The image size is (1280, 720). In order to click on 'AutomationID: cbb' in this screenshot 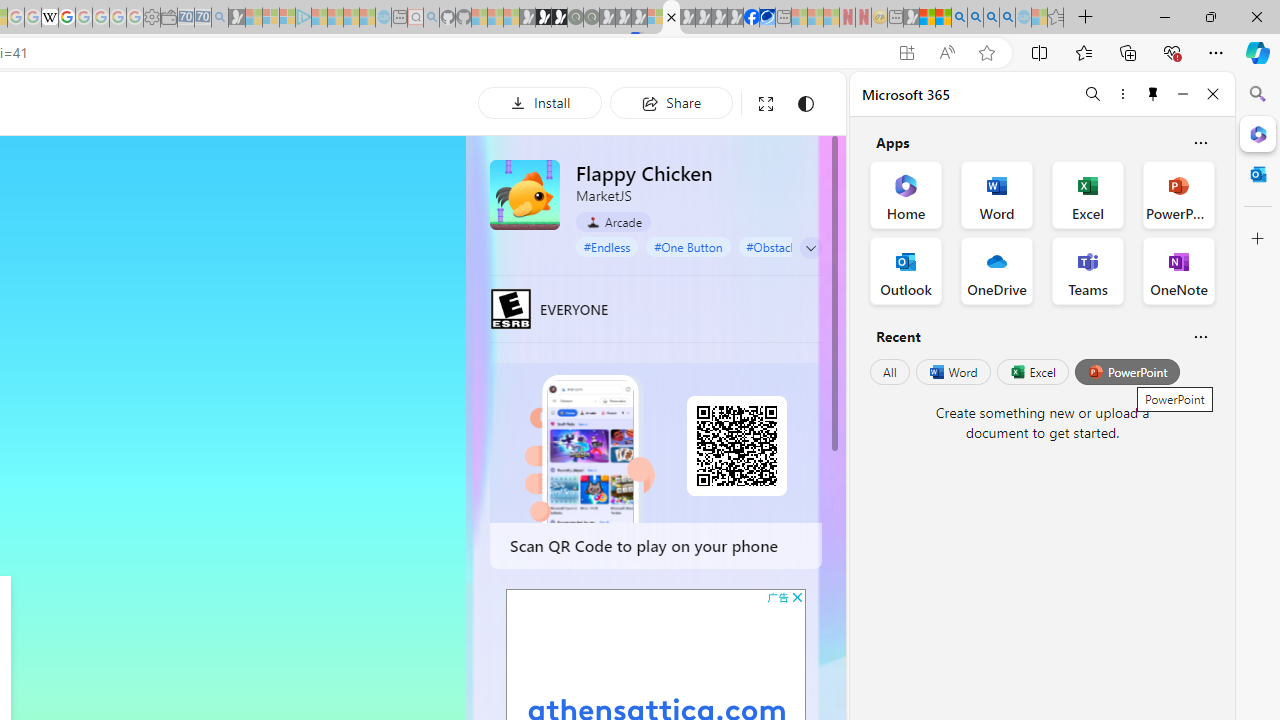, I will do `click(796, 596)`.